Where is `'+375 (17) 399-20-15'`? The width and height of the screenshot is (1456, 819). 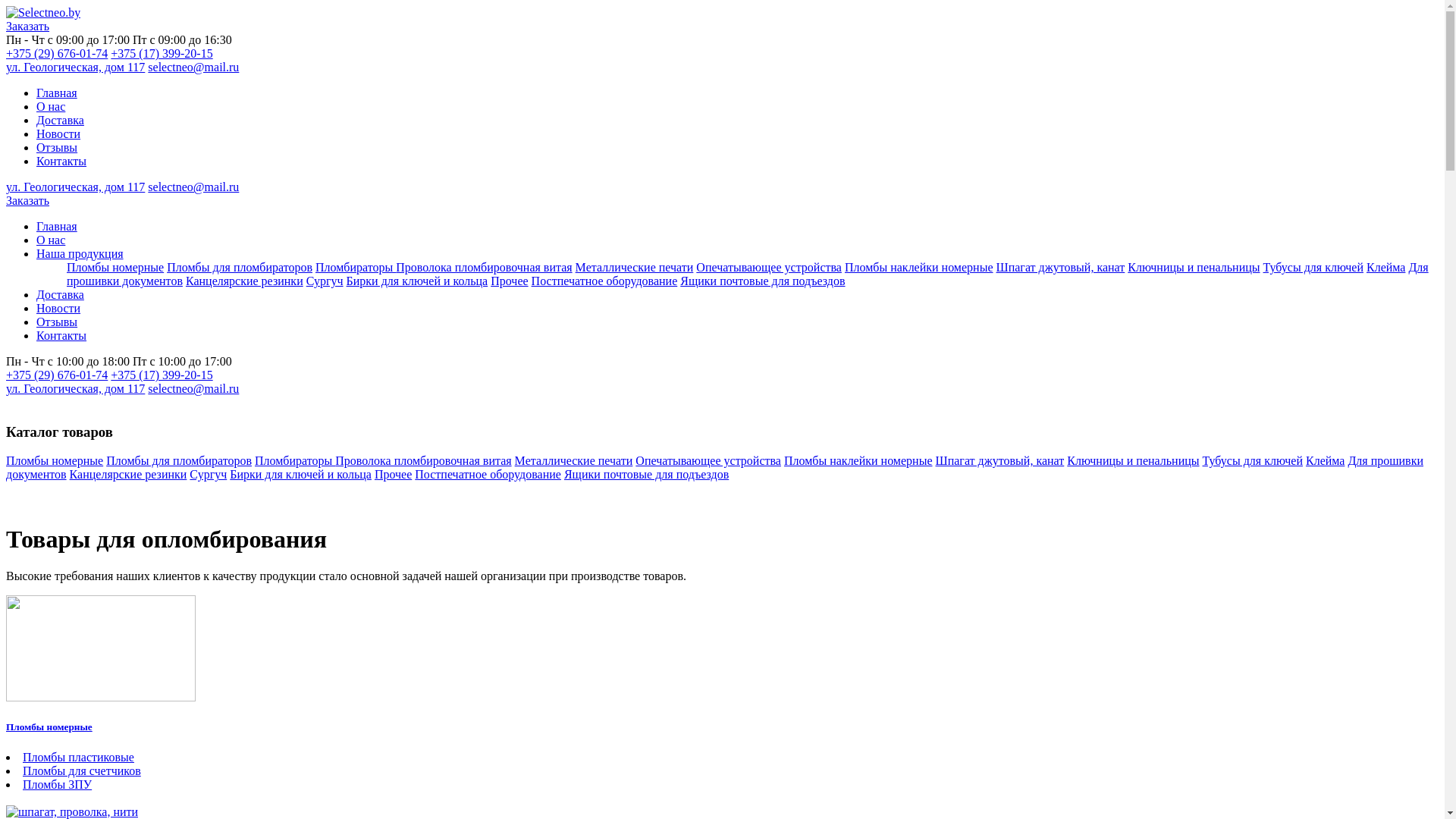
'+375 (17) 399-20-15' is located at coordinates (161, 375).